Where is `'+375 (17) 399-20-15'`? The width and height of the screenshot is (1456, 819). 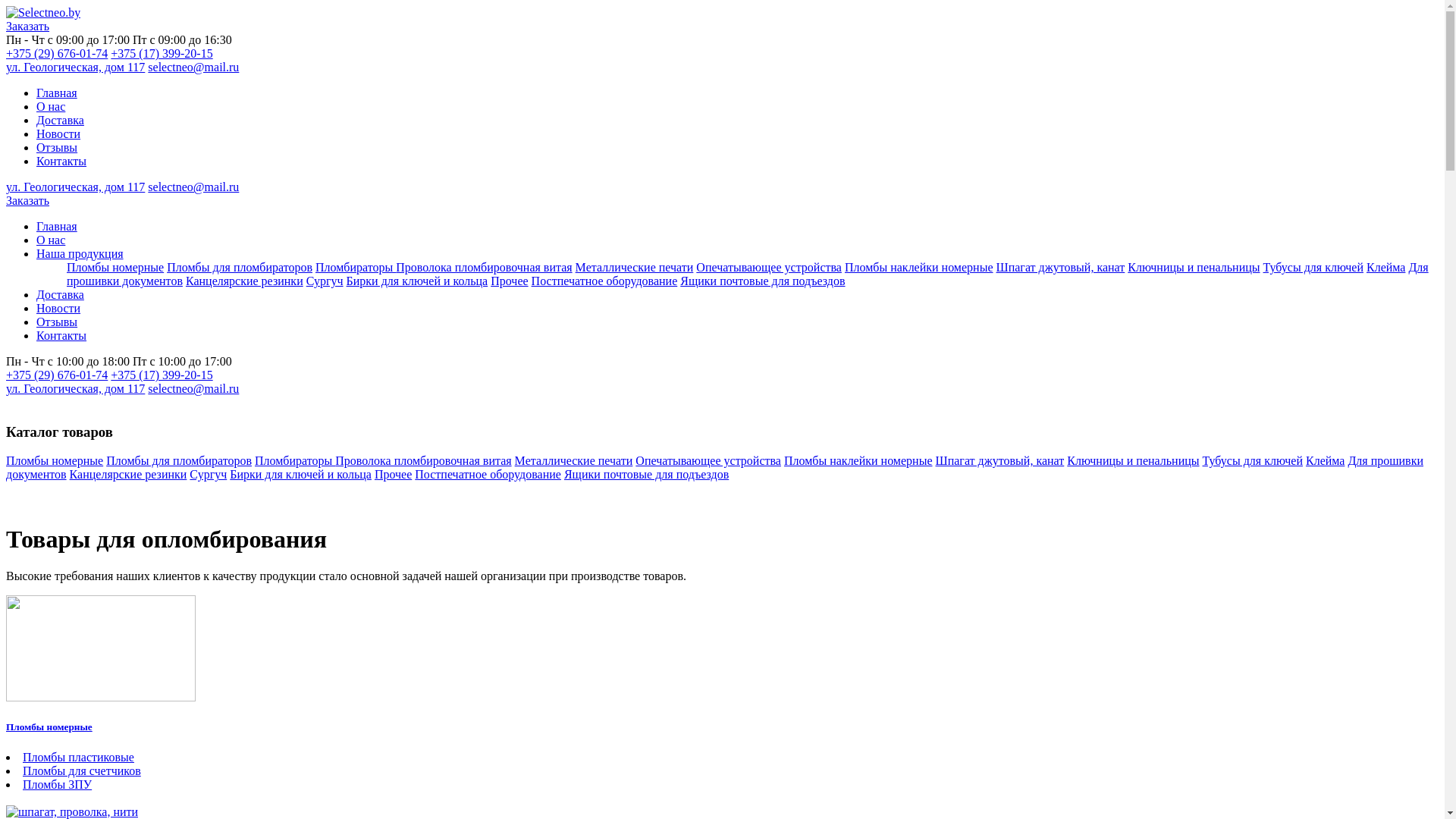
'+375 (17) 399-20-15' is located at coordinates (161, 375).